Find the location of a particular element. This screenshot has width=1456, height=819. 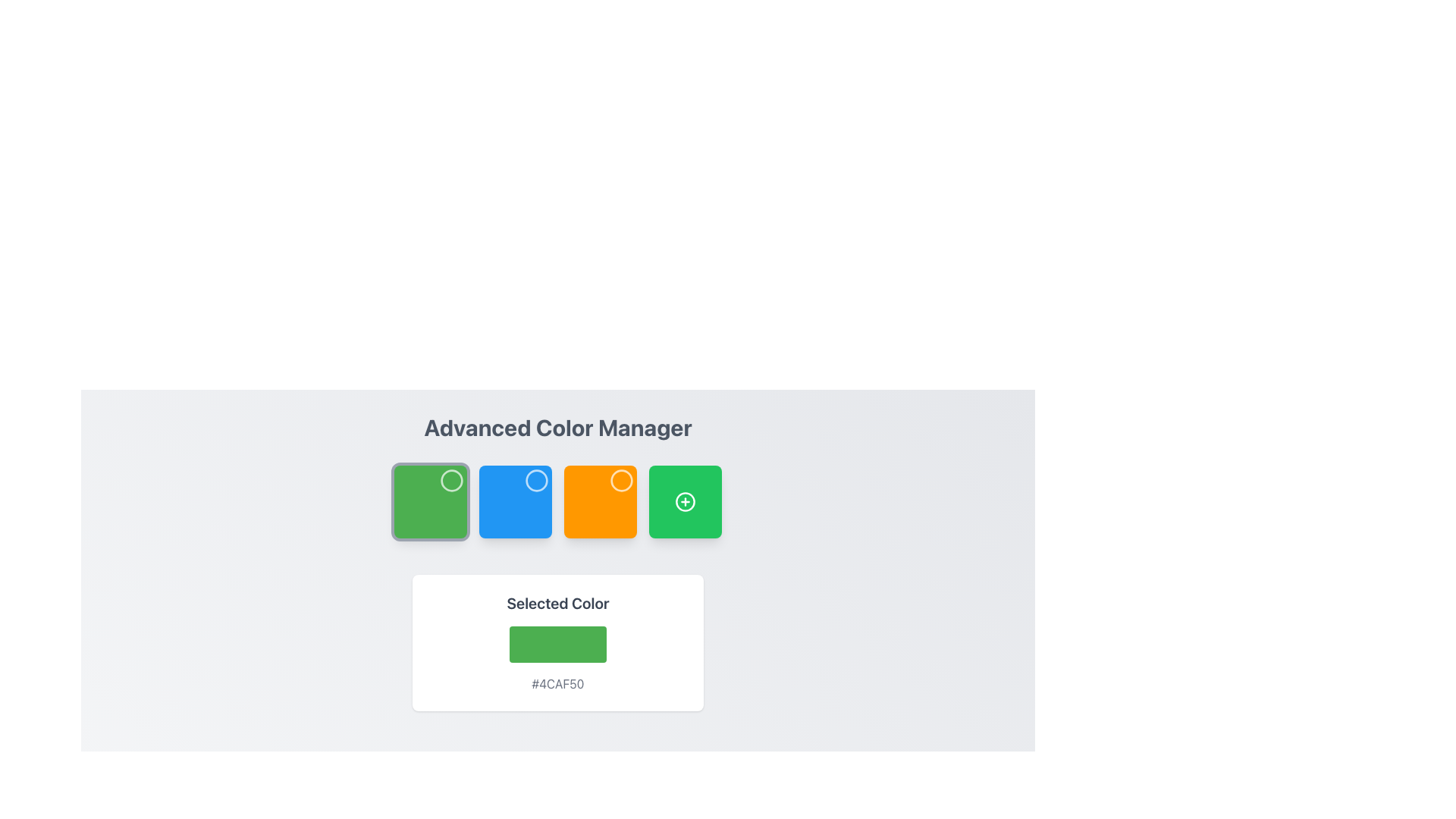

the second square component in the color selection grid is located at coordinates (516, 502).